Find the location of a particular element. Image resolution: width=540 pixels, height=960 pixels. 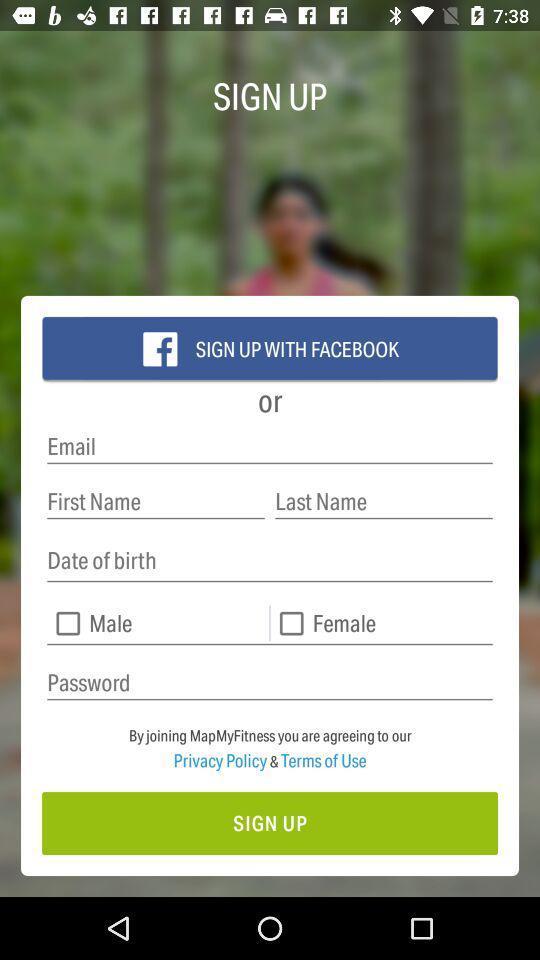

last name is located at coordinates (383, 500).